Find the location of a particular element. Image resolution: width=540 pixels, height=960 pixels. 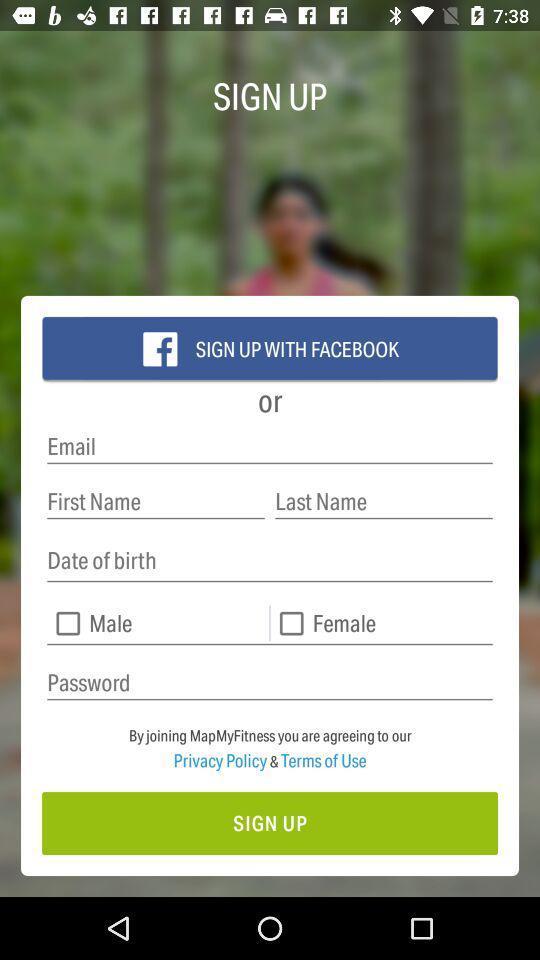

last name is located at coordinates (383, 500).